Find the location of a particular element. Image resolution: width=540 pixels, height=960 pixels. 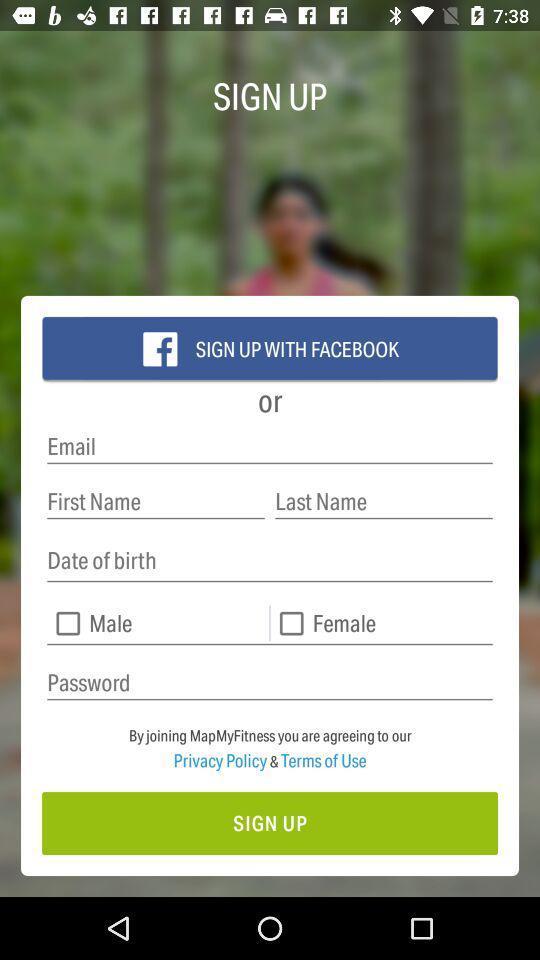

last name is located at coordinates (383, 500).